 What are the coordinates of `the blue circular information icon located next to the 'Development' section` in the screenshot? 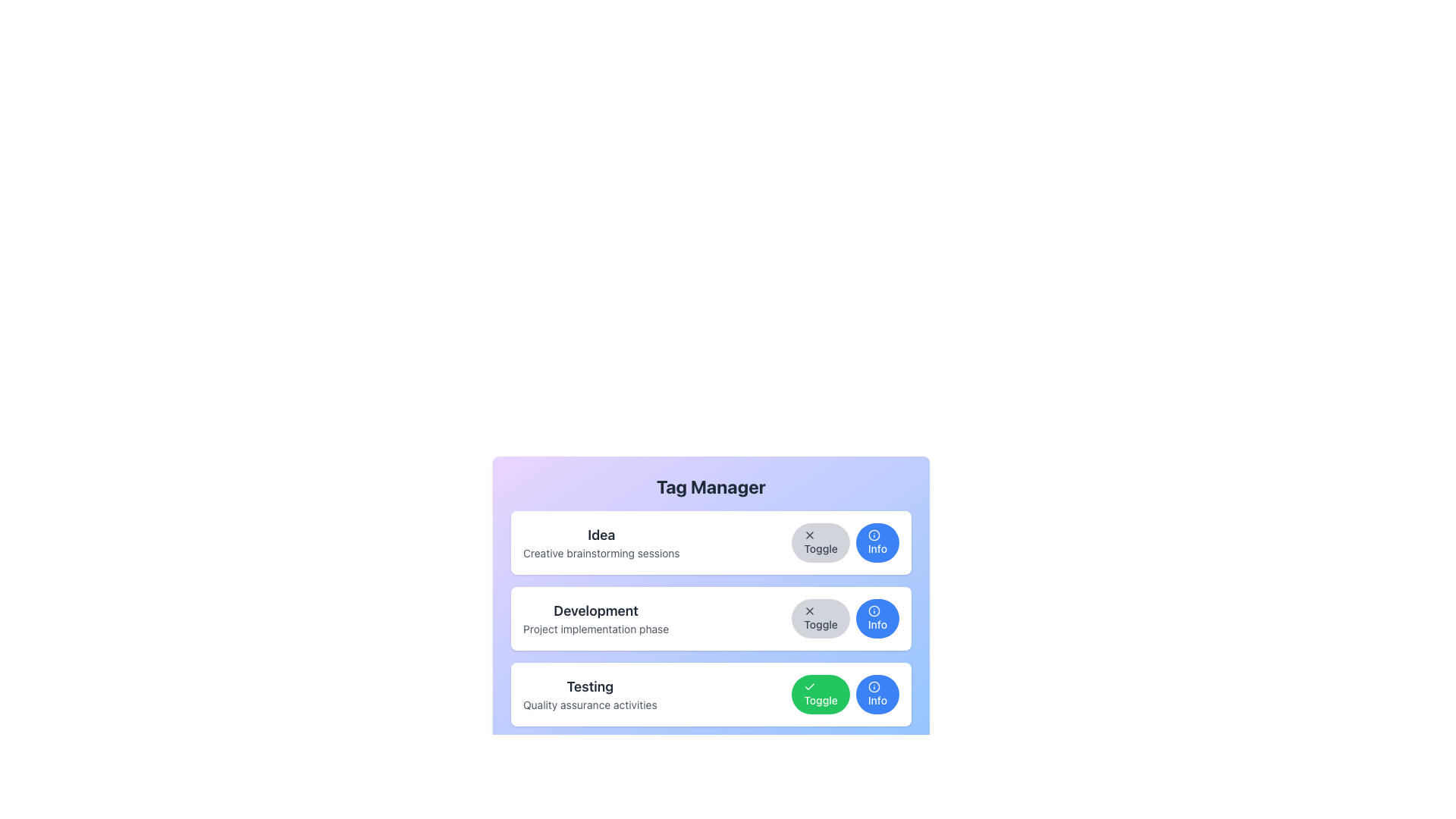 It's located at (874, 610).